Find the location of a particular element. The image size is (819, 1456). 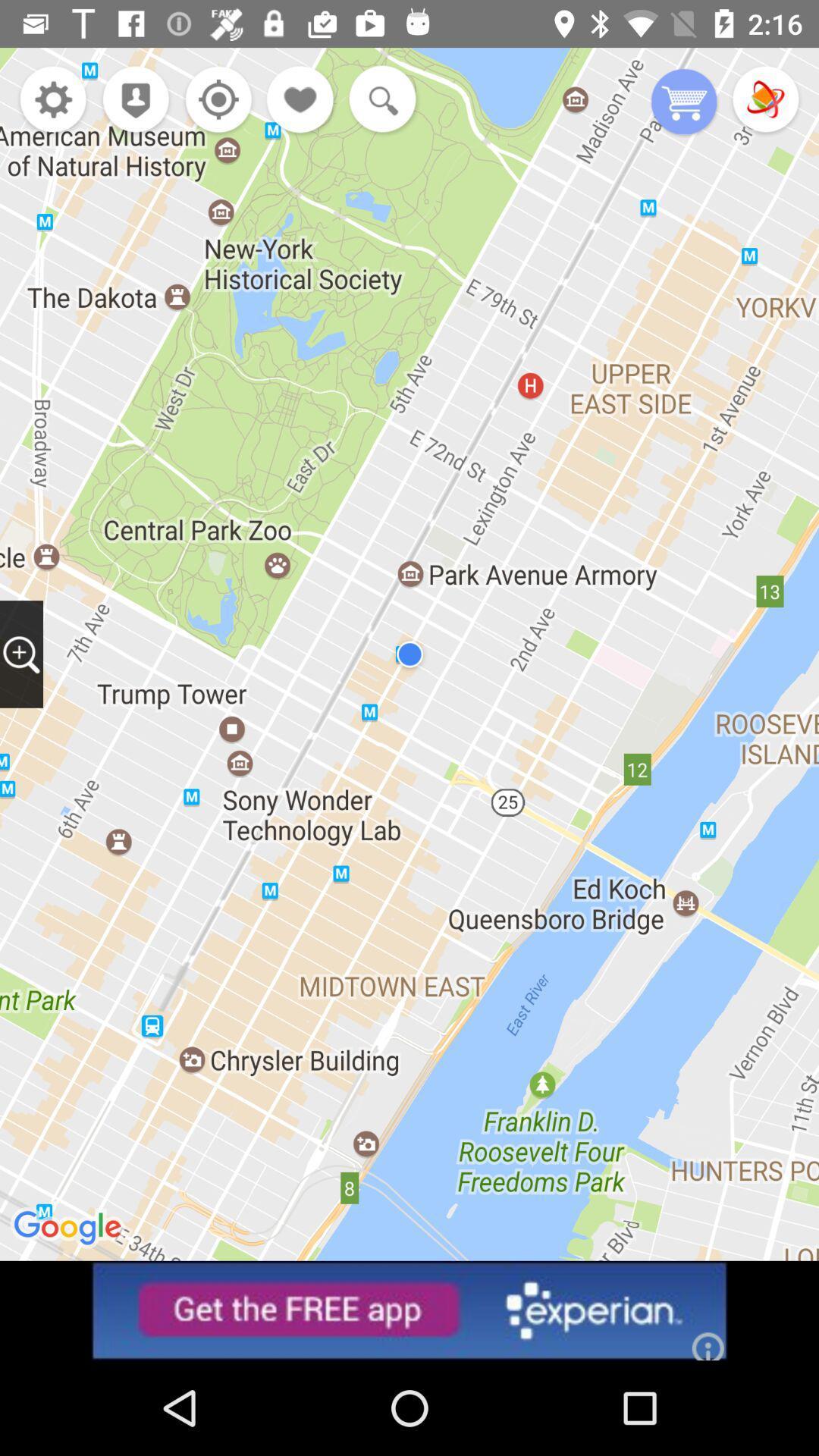

location is located at coordinates (215, 100).